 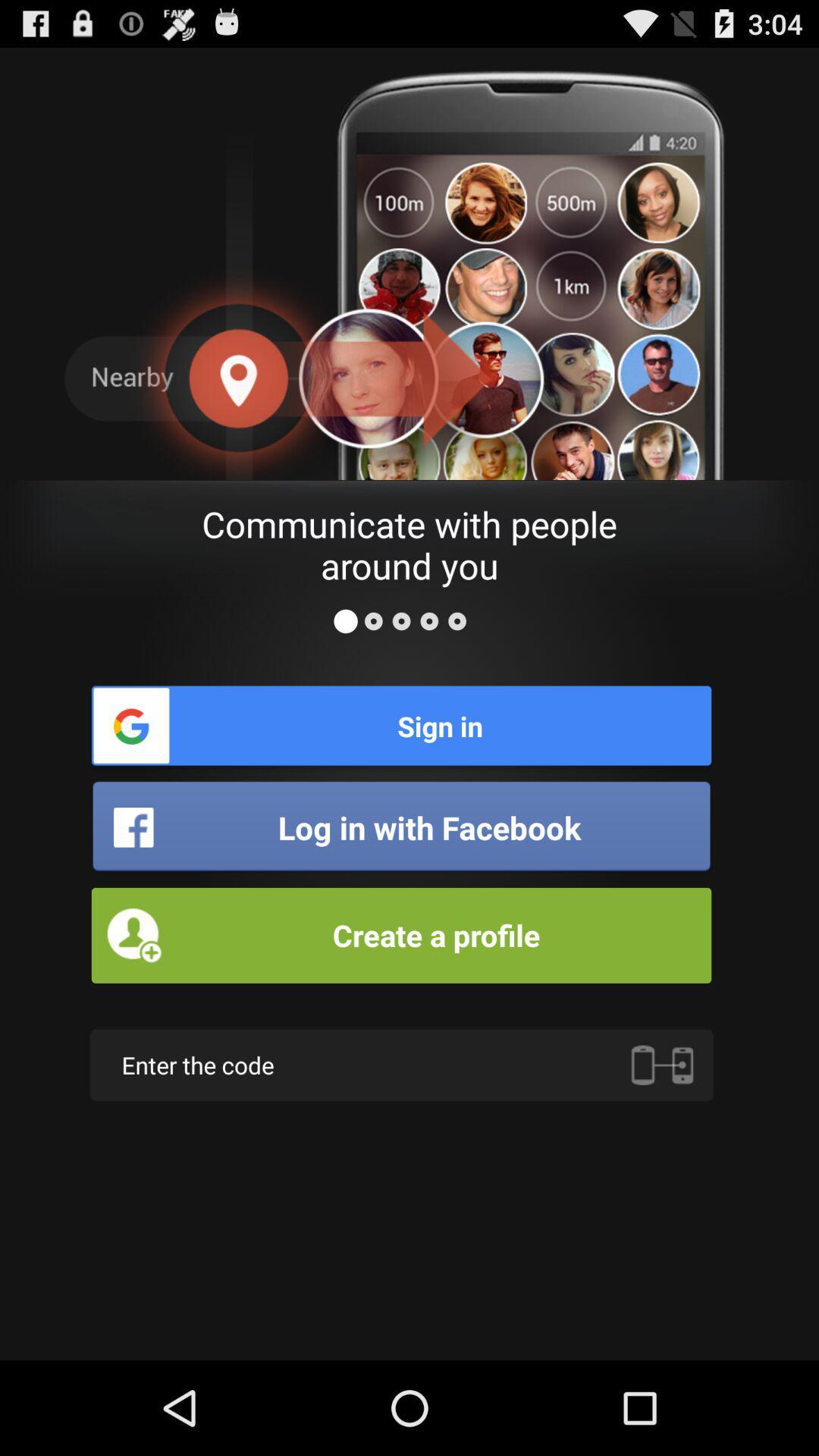 What do you see at coordinates (400, 934) in the screenshot?
I see `create a profile button` at bounding box center [400, 934].